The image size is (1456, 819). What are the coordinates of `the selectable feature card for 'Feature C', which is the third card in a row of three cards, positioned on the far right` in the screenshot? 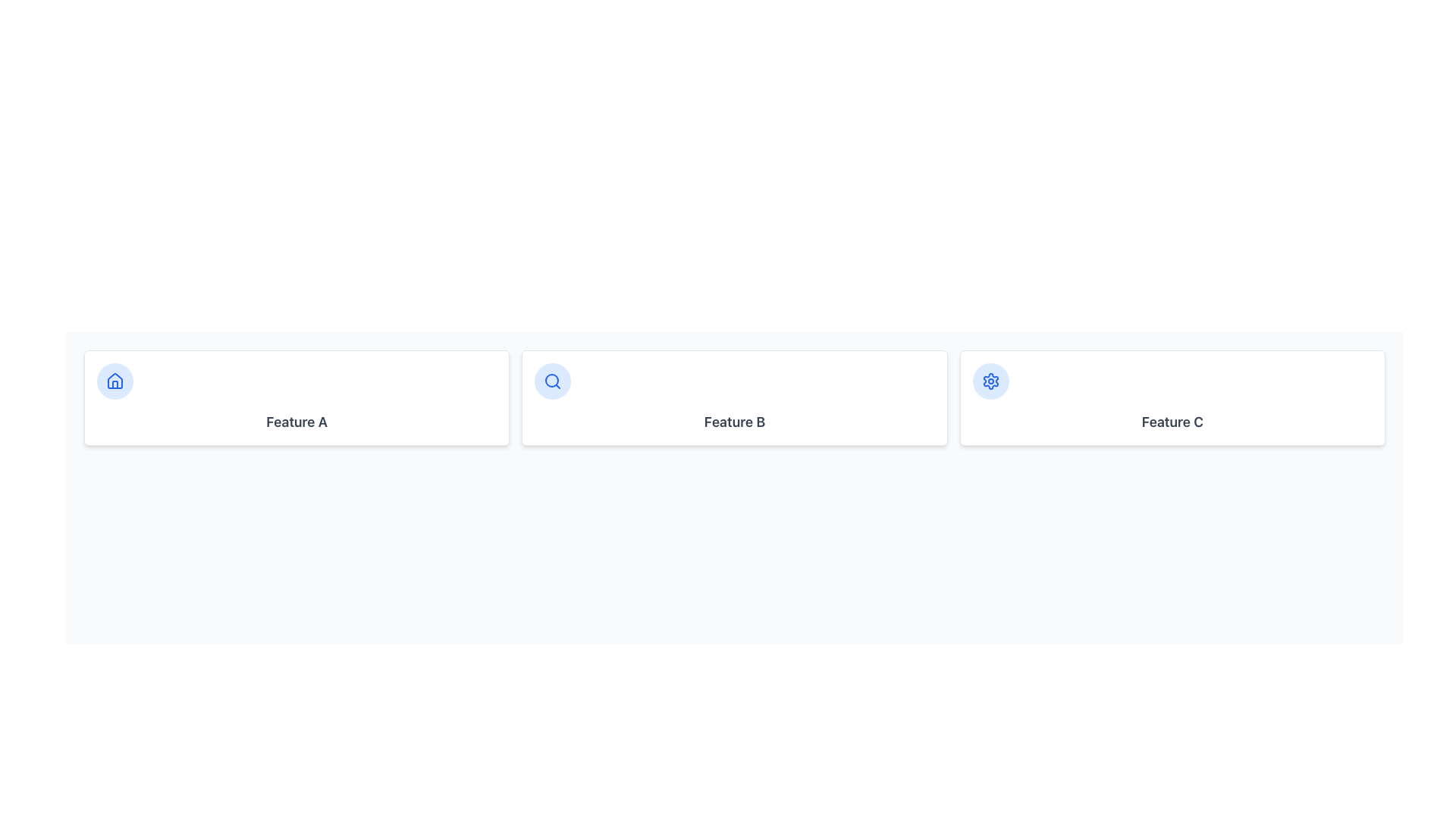 It's located at (1172, 397).